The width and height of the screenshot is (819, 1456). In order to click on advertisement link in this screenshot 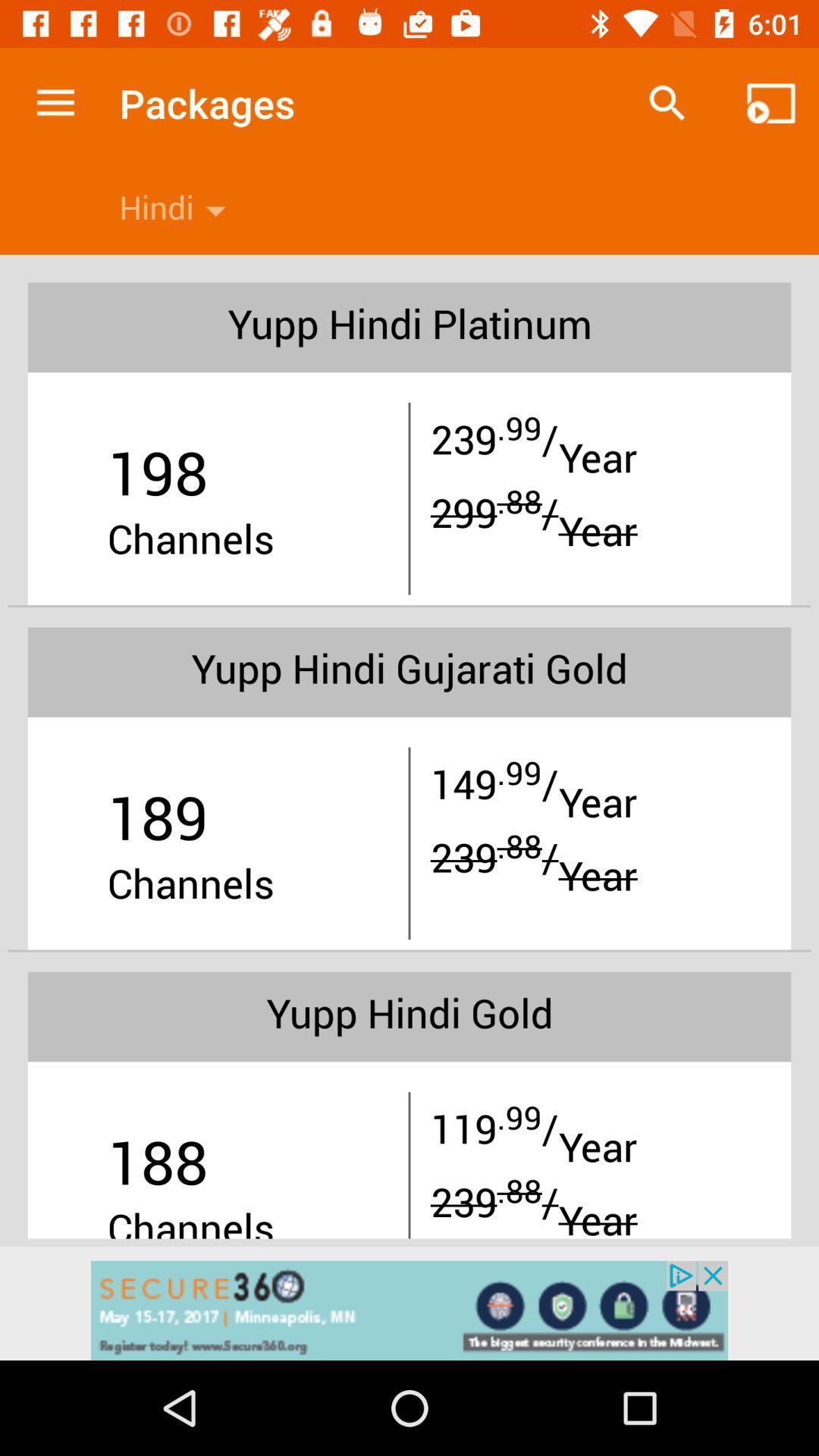, I will do `click(409, 1310)`.